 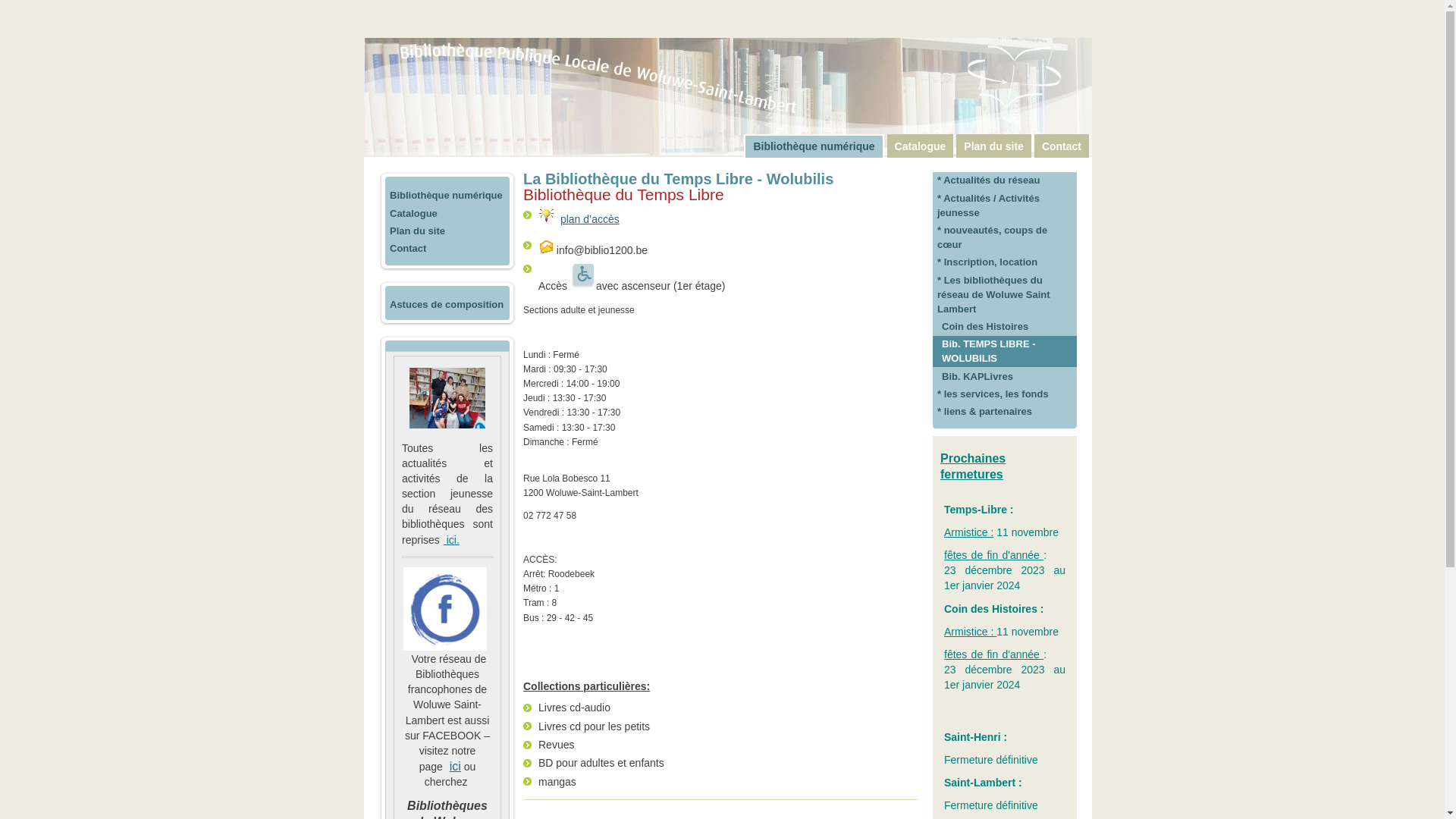 What do you see at coordinates (546, 215) in the screenshot?
I see `'enlightened'` at bounding box center [546, 215].